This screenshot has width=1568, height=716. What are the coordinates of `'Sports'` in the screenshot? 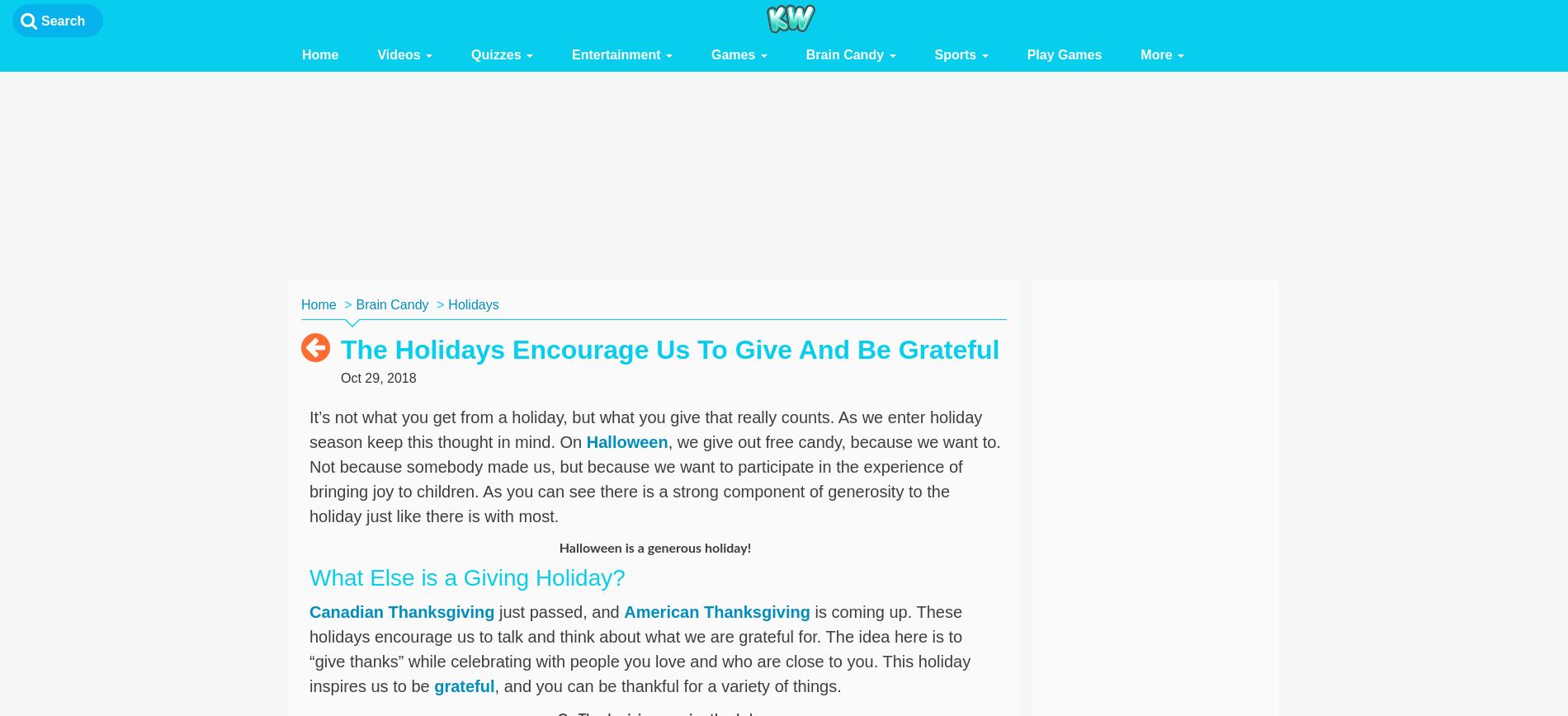 It's located at (956, 54).